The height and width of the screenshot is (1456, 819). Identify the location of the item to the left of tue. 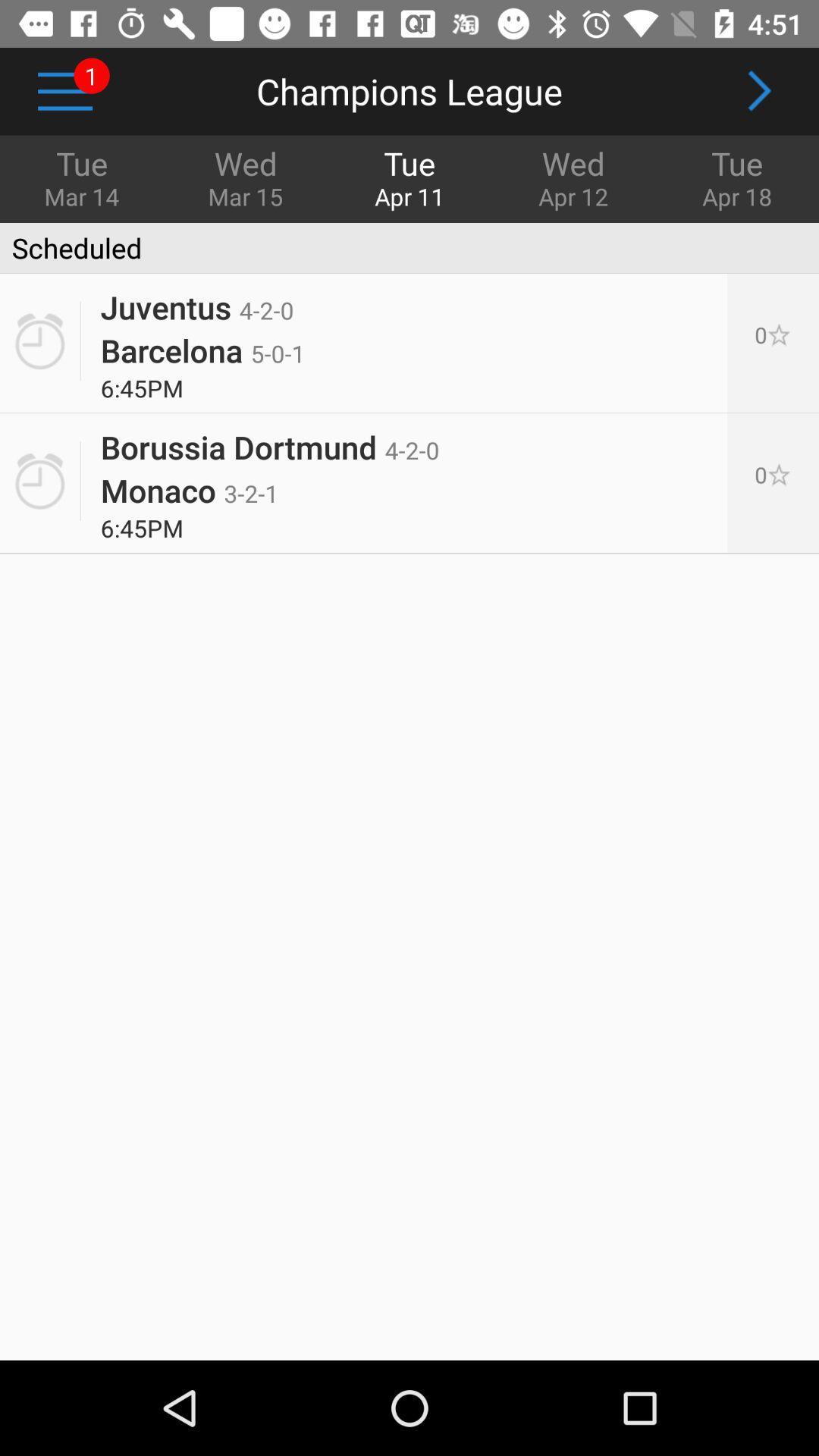
(573, 177).